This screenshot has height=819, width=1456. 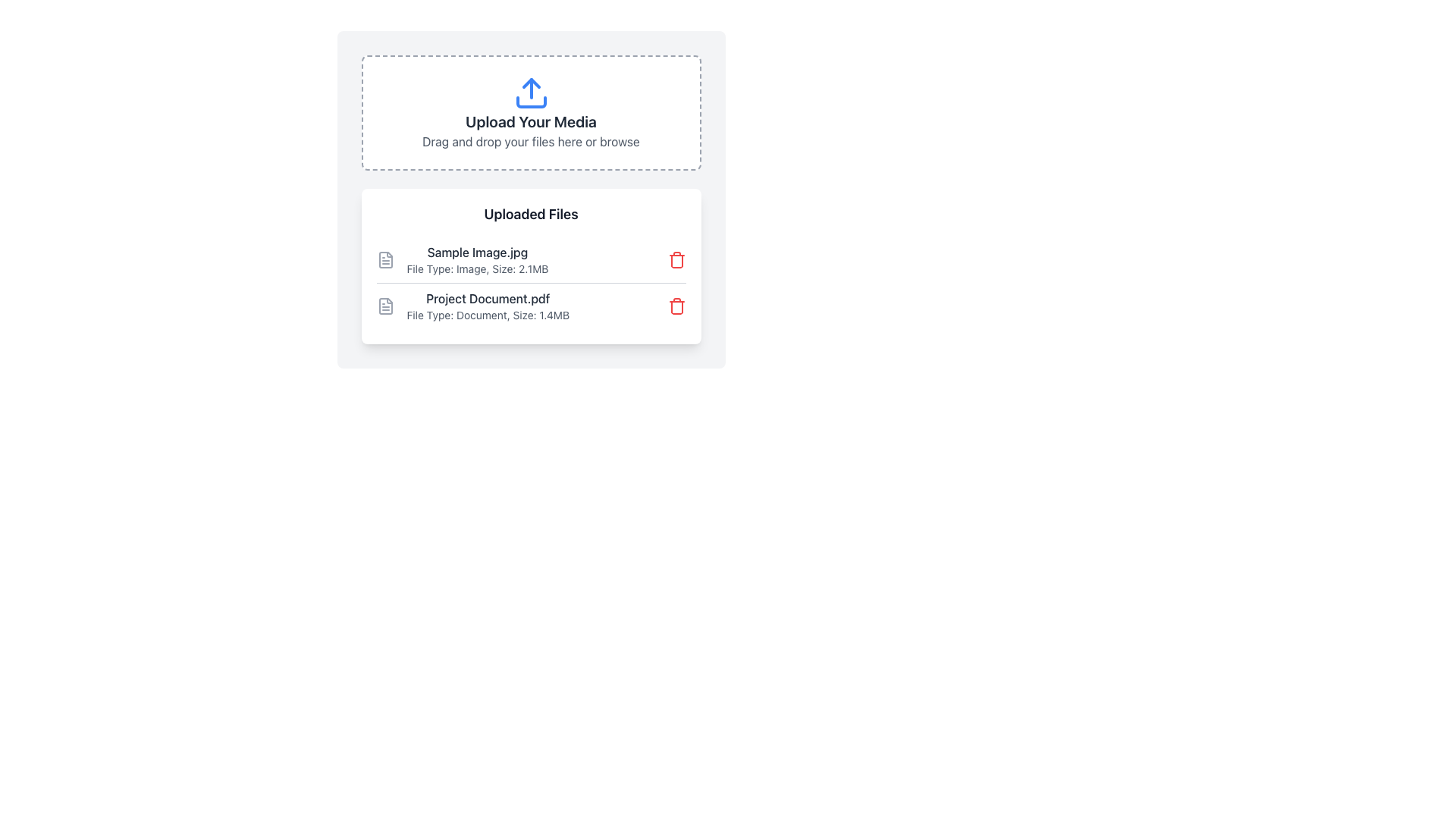 I want to click on the header text element that serves as the title for the media upload section, which is positioned below an icon and above the text 'Drag and drop your files here or browse.', so click(x=531, y=121).